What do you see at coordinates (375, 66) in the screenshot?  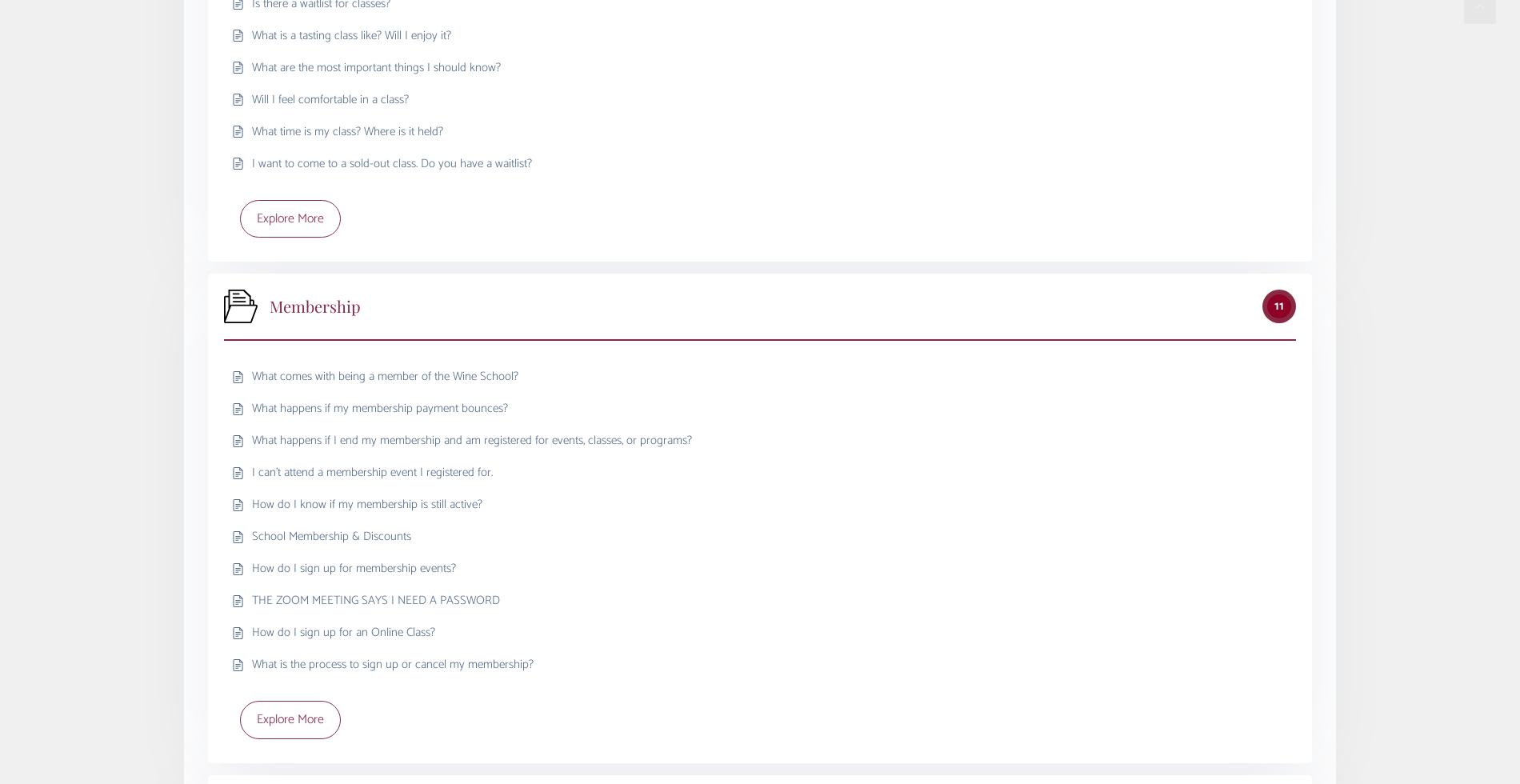 I see `'What are the most important things I should know?'` at bounding box center [375, 66].